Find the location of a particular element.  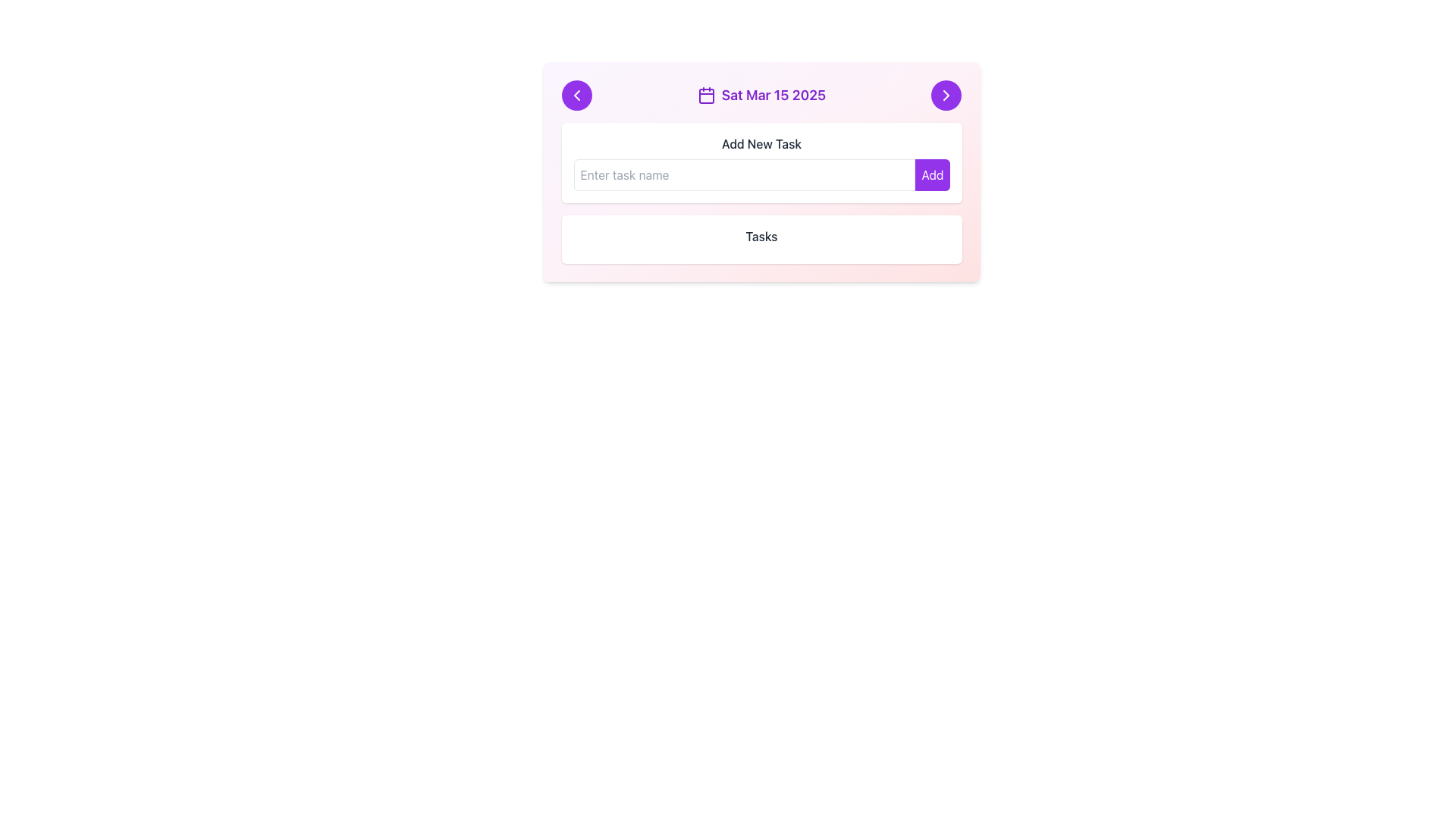

the 'Add New Task' text label, which is a medium-bold, gray-colored label centered above the input field and 'Add' button is located at coordinates (761, 143).